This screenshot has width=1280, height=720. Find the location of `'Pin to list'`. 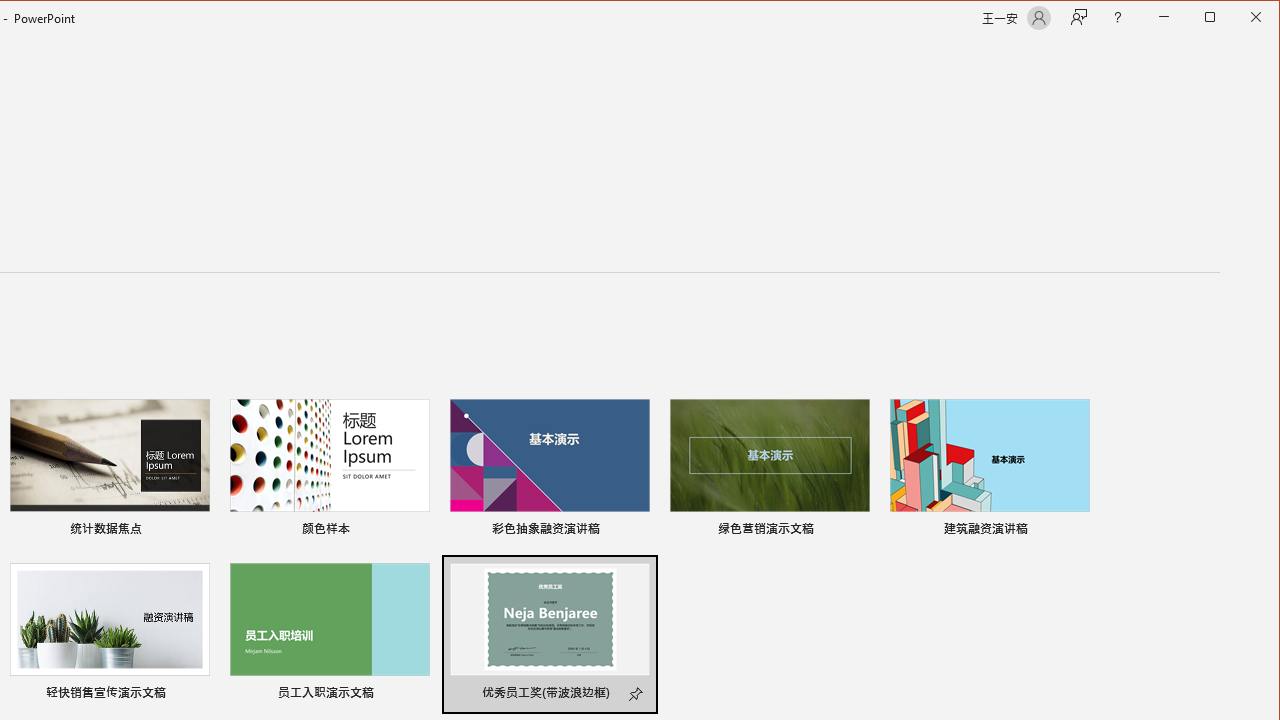

'Pin to list' is located at coordinates (636, 694).